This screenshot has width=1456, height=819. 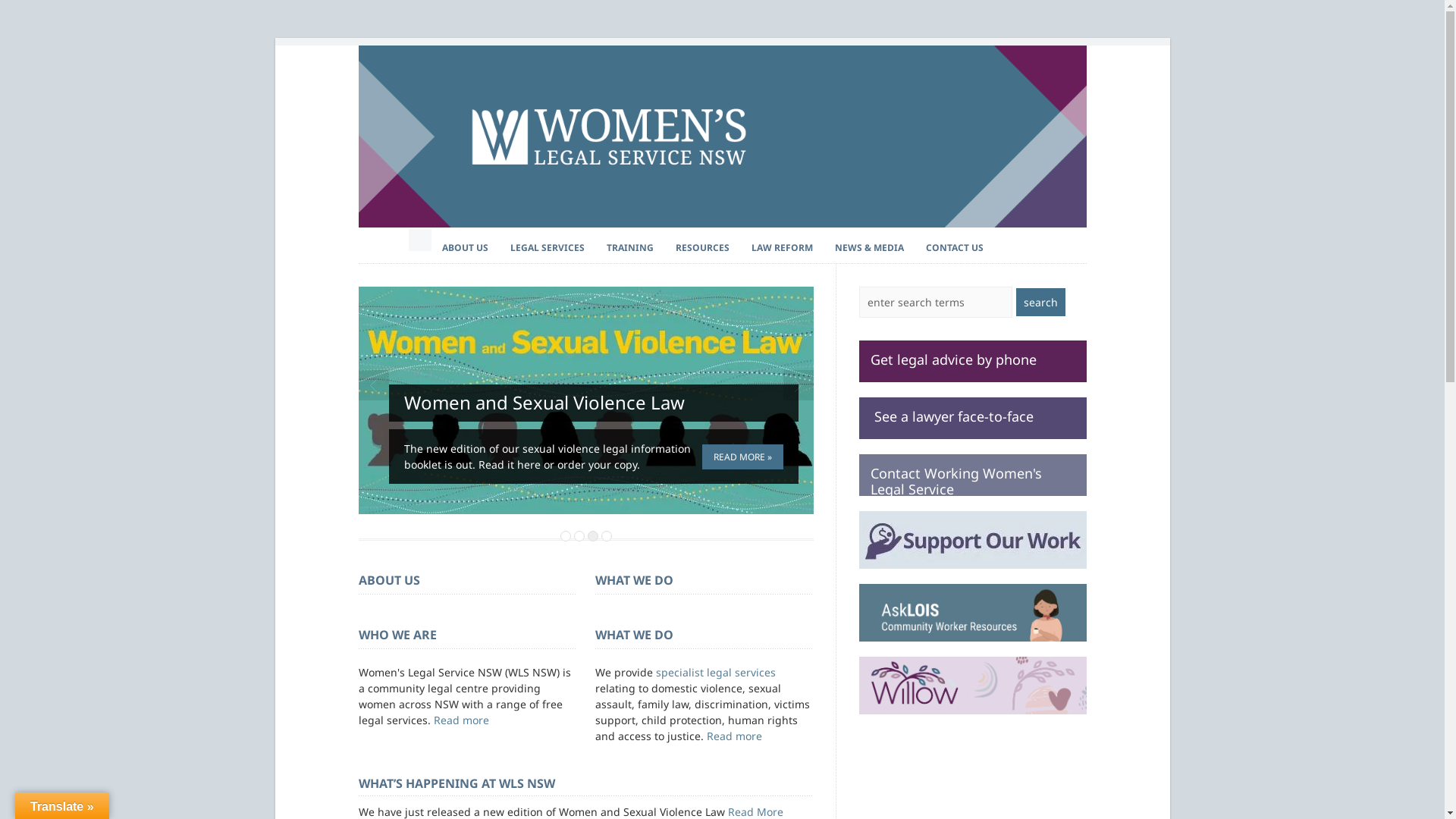 What do you see at coordinates (971, 474) in the screenshot?
I see `'Contact Working Women's Legal Service'` at bounding box center [971, 474].